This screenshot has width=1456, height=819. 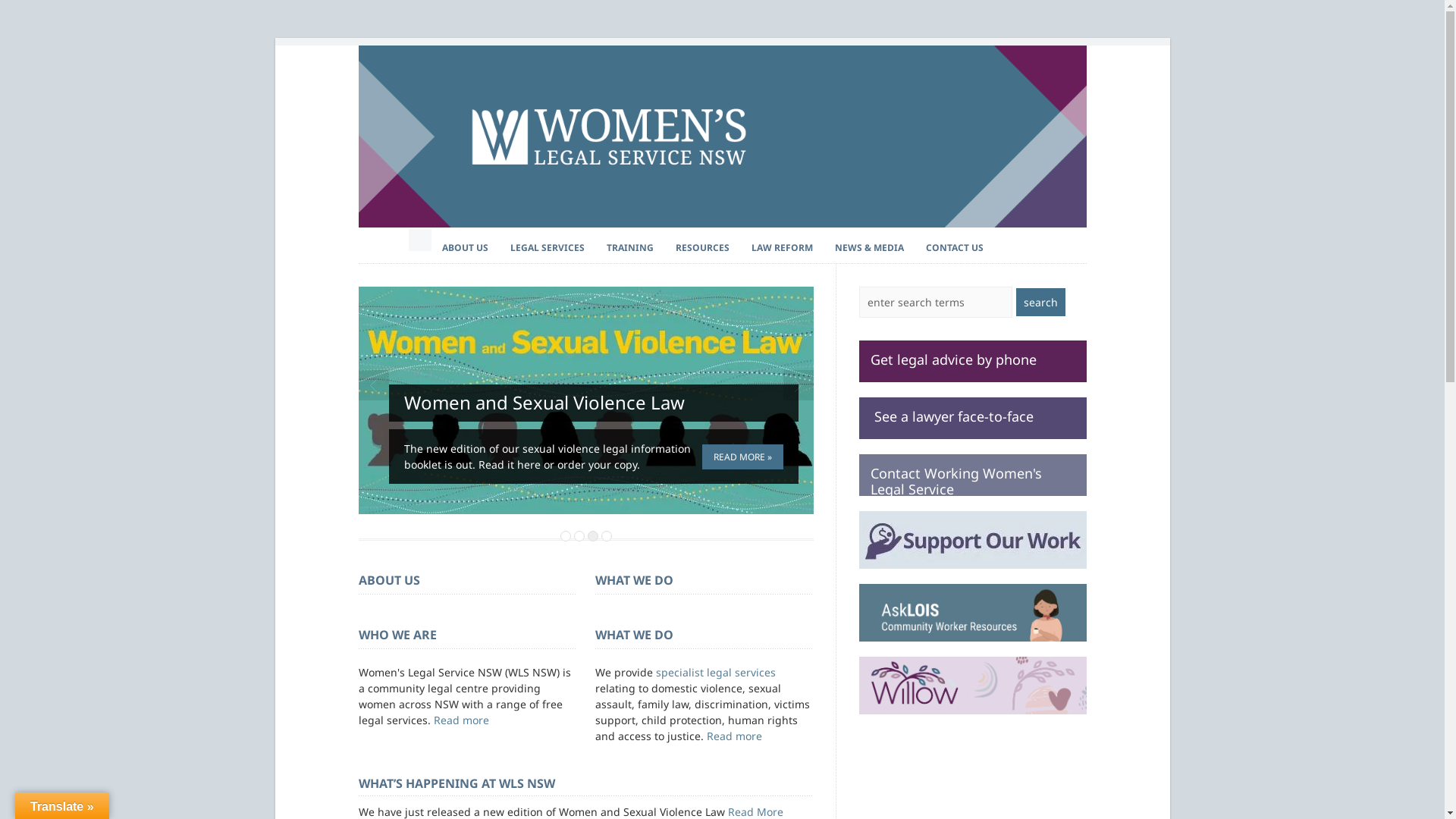 What do you see at coordinates (971, 474) in the screenshot?
I see `'Contact Working Women's Legal Service'` at bounding box center [971, 474].